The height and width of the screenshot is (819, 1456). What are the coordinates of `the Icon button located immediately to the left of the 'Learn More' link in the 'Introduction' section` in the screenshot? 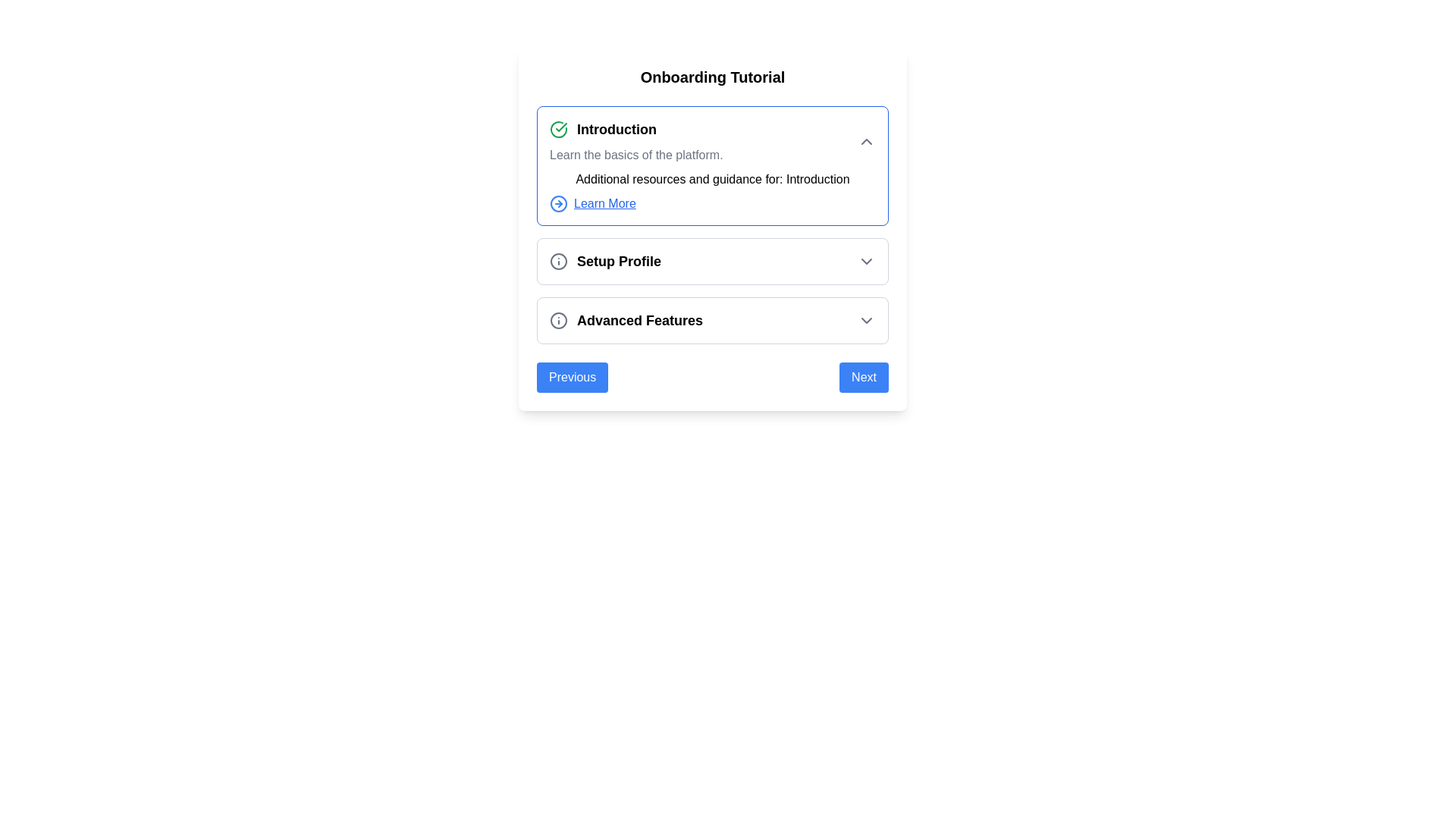 It's located at (558, 203).